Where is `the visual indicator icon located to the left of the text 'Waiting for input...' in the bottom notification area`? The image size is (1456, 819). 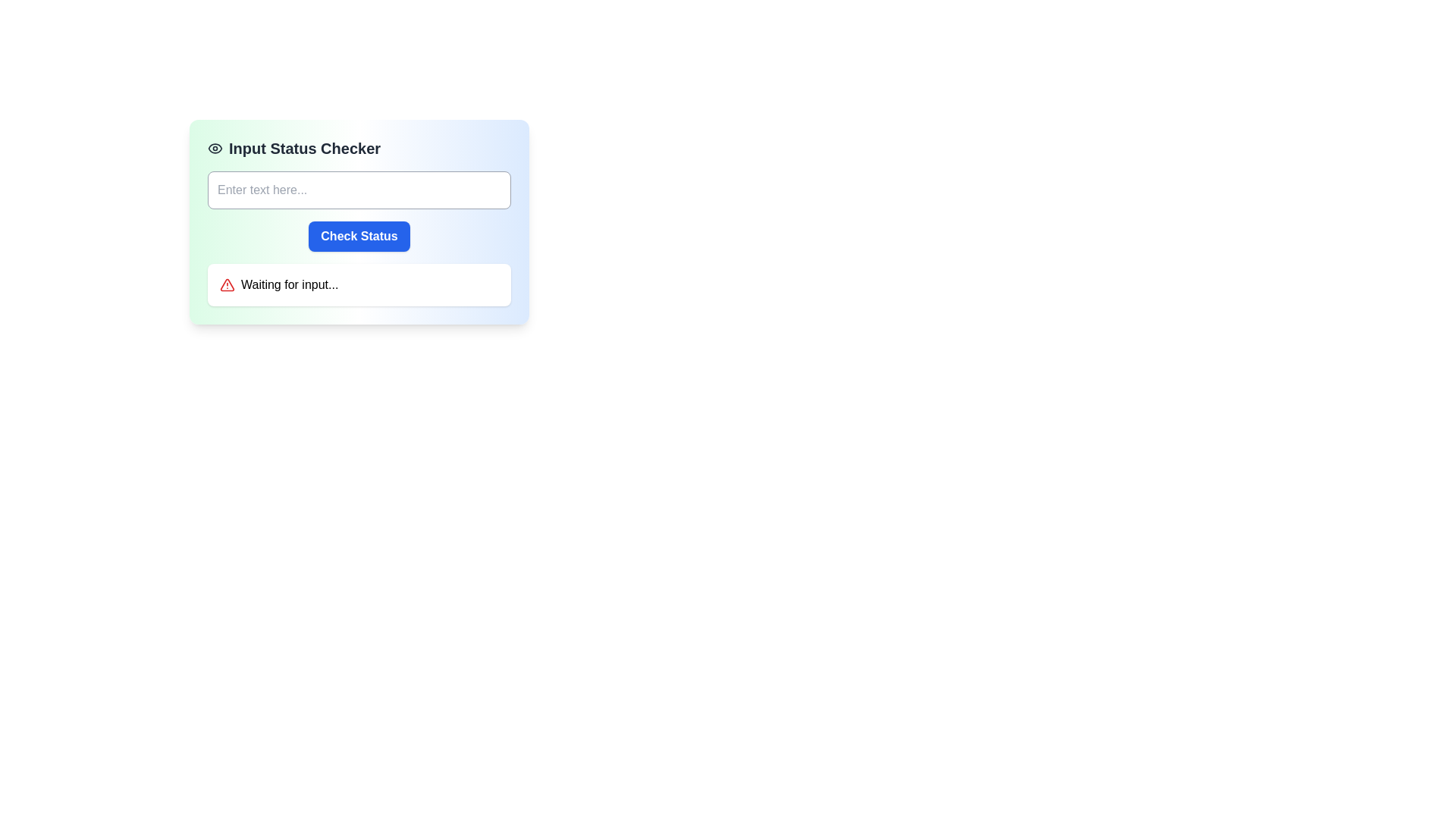
the visual indicator icon located to the left of the text 'Waiting for input...' in the bottom notification area is located at coordinates (226, 284).